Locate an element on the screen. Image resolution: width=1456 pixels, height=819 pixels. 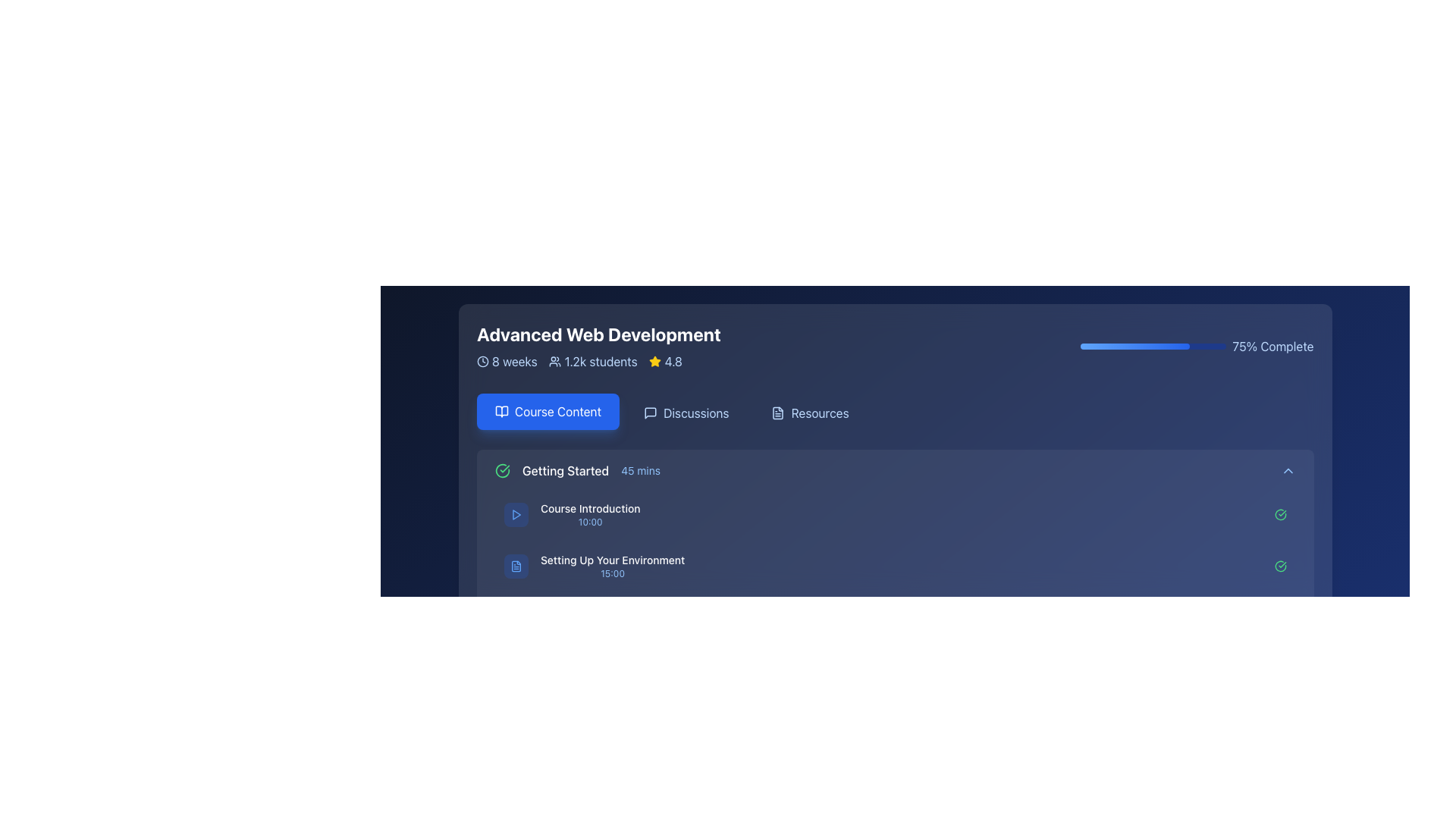
the circular icon with a green border and checkmark inside it, located at the far right of the list item labeled 'Setting Up Your Environment 15:00' is located at coordinates (1279, 566).